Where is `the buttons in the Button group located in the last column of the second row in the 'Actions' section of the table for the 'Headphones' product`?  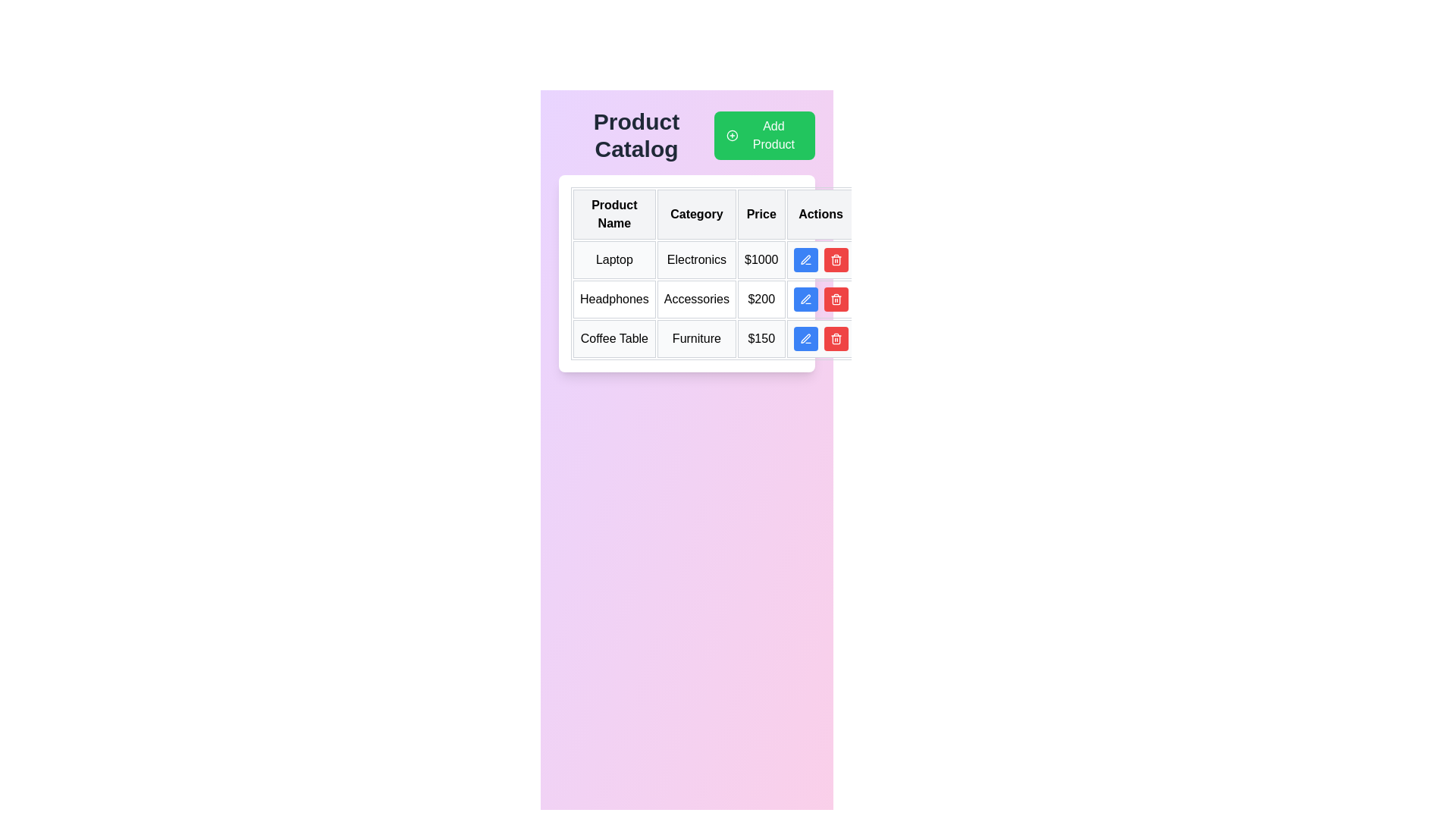
the buttons in the Button group located in the last column of the second row in the 'Actions' section of the table for the 'Headphones' product is located at coordinates (820, 299).